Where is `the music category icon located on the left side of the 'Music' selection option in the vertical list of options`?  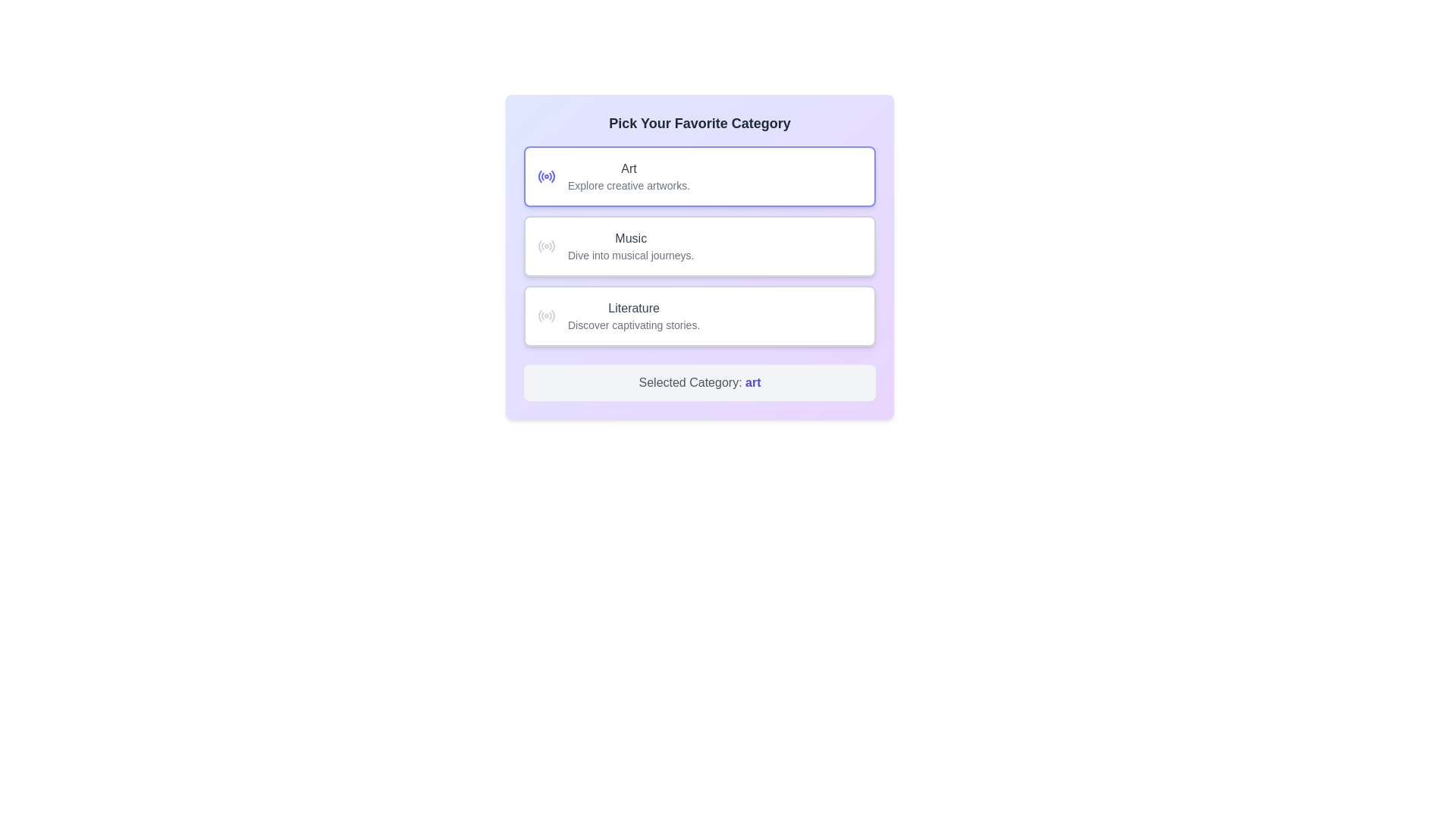 the music category icon located on the left side of the 'Music' selection option in the vertical list of options is located at coordinates (546, 245).